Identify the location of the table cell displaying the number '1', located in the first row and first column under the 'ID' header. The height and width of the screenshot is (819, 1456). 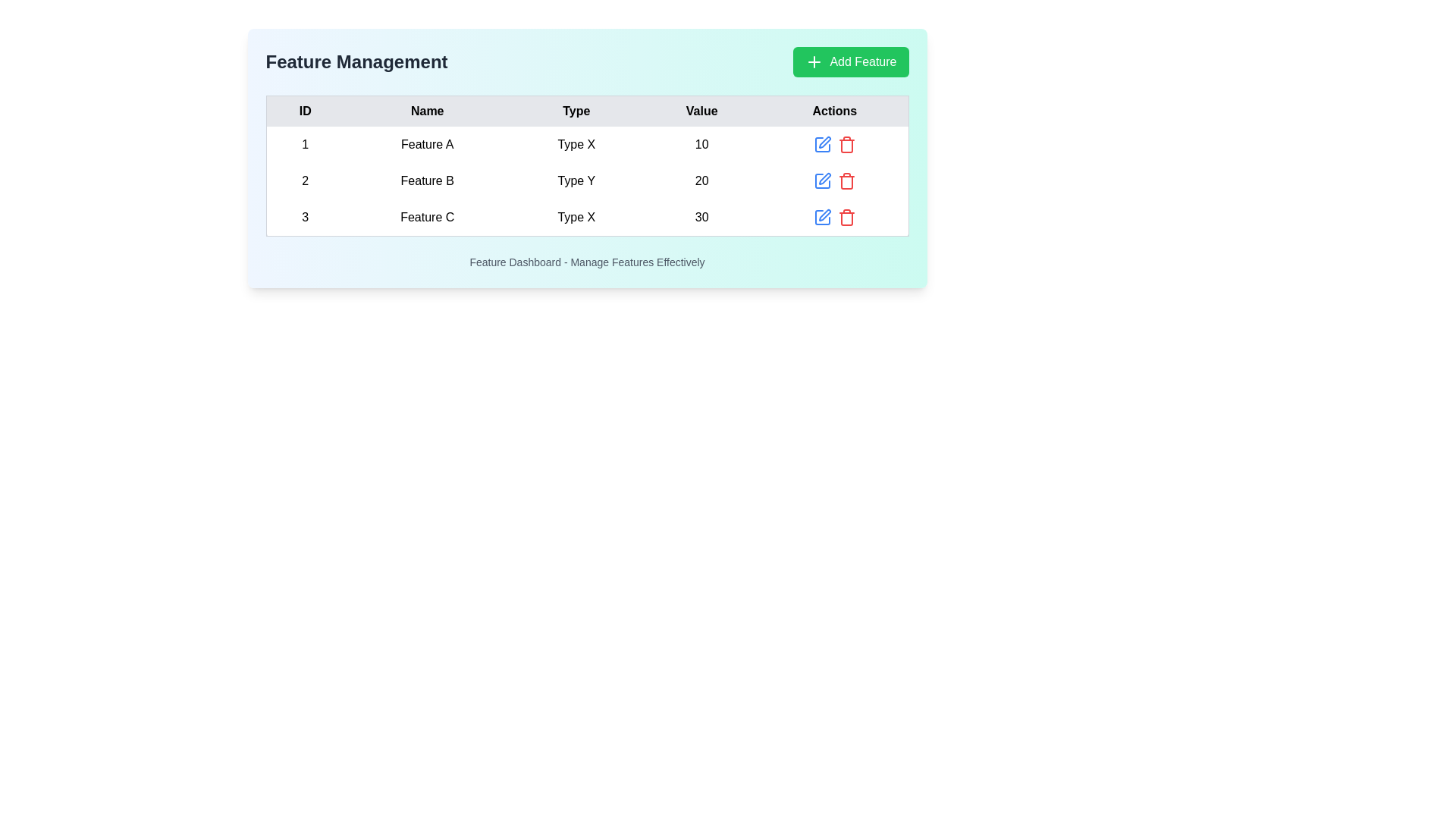
(304, 145).